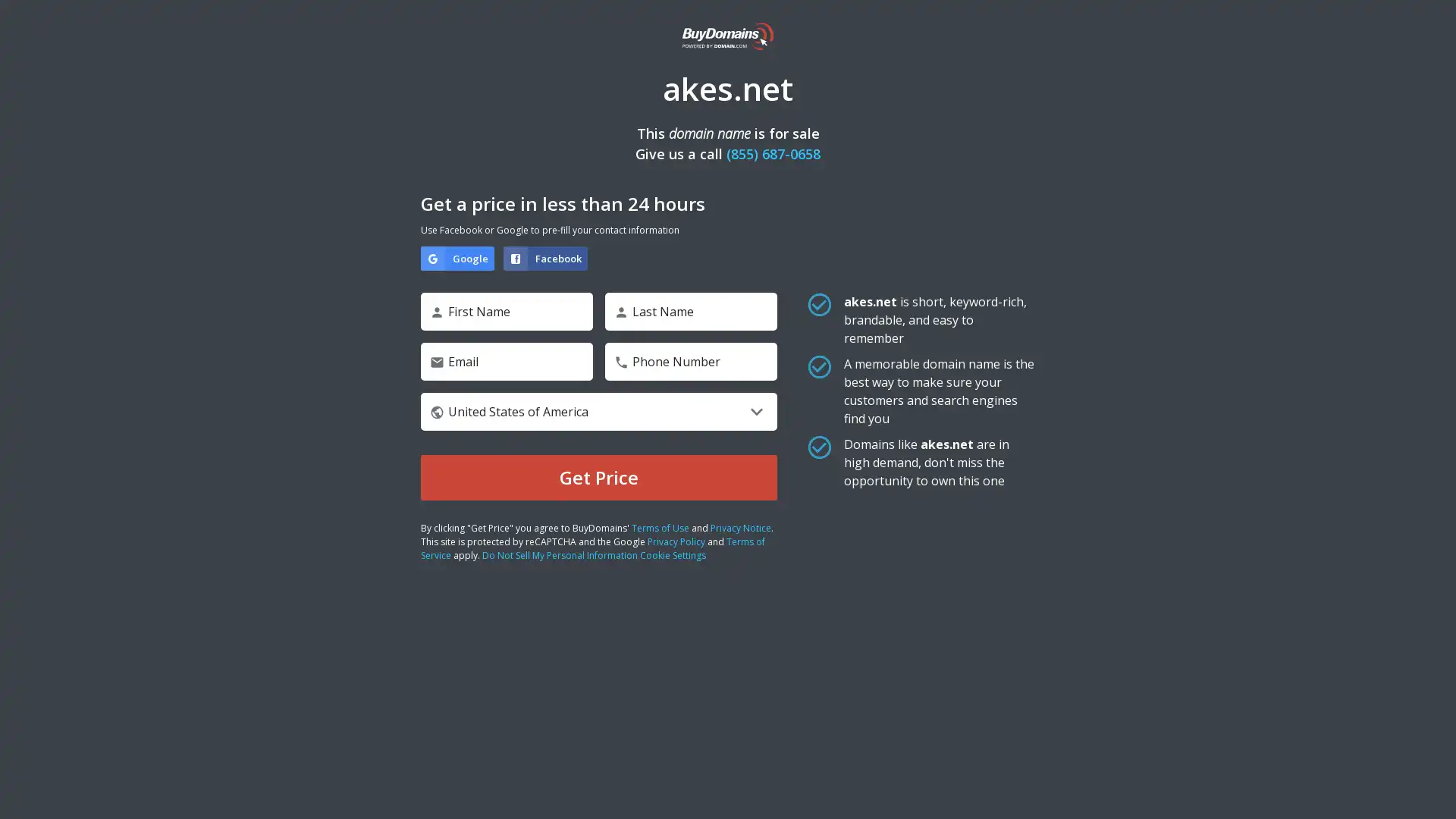  I want to click on Get Price, so click(598, 476).